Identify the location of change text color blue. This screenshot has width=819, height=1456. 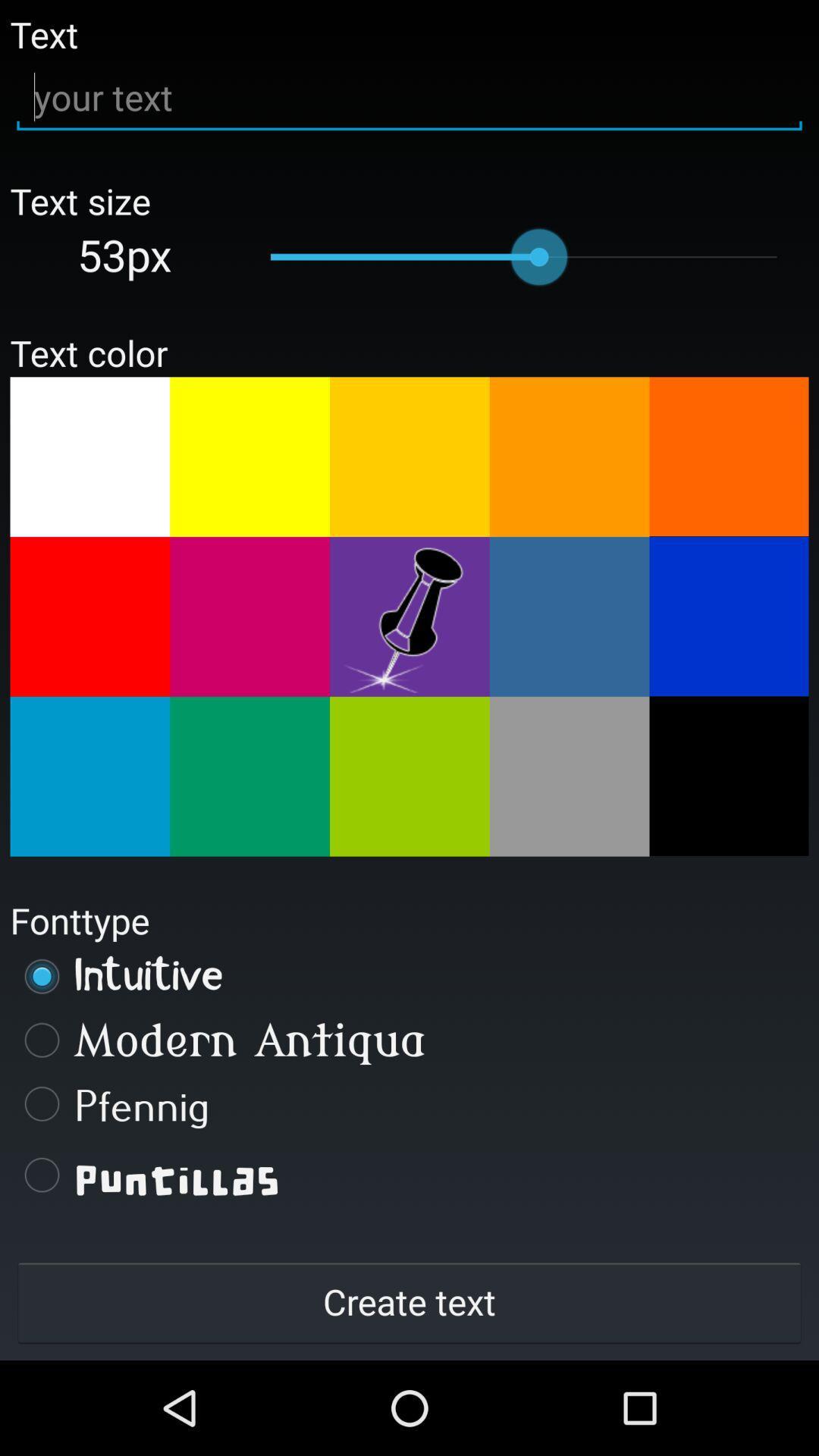
(570, 617).